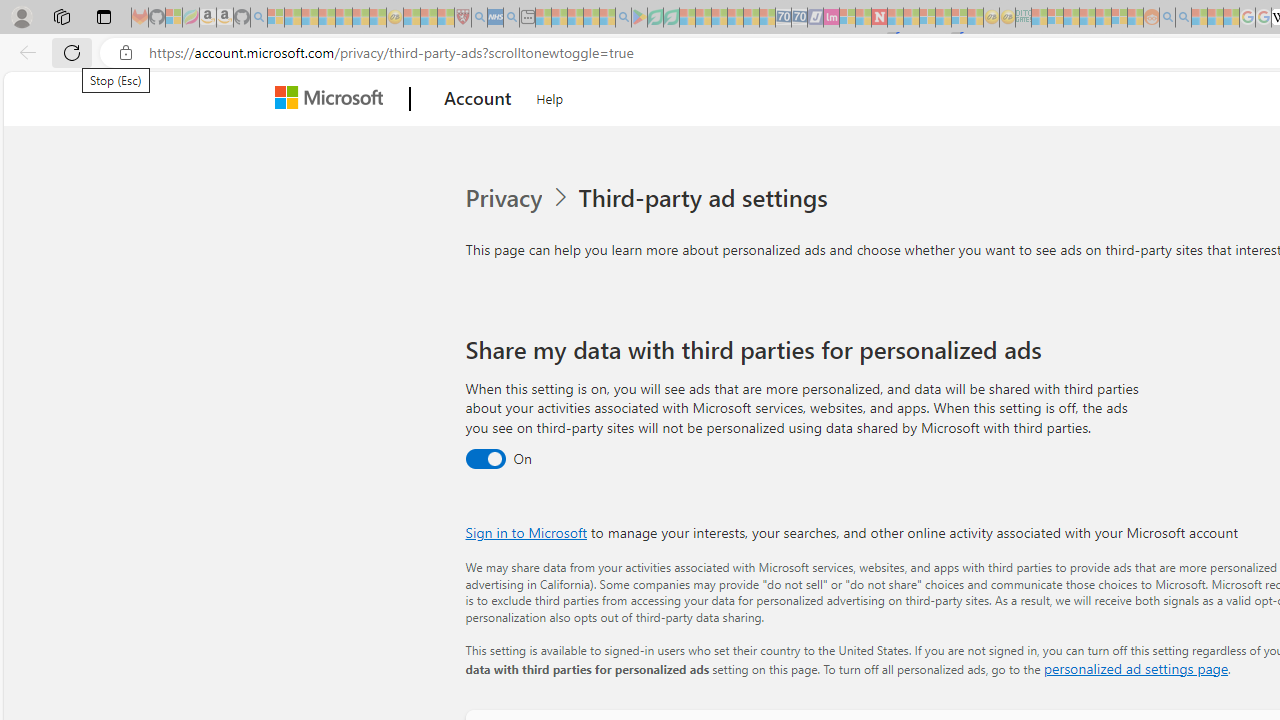 The width and height of the screenshot is (1280, 720). Describe the element at coordinates (622, 17) in the screenshot. I see `'google - Search - Sleeping'` at that location.